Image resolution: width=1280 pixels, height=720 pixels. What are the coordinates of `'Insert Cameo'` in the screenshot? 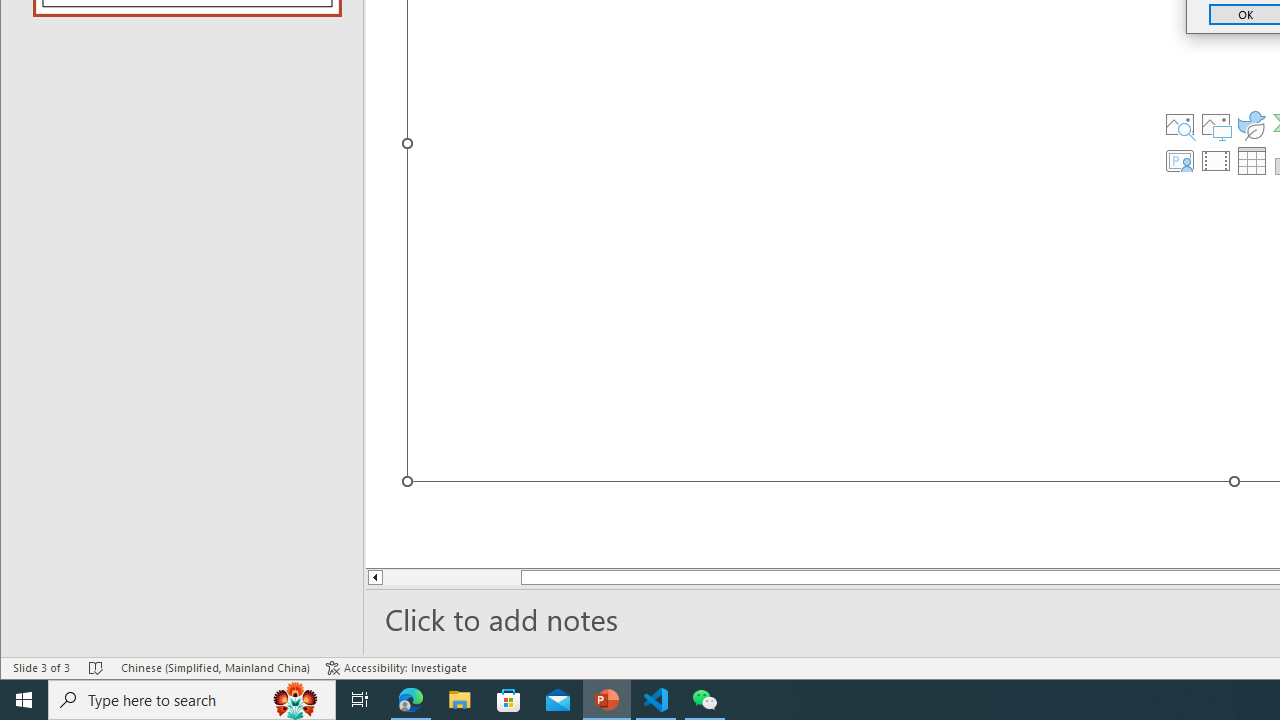 It's located at (1179, 159).